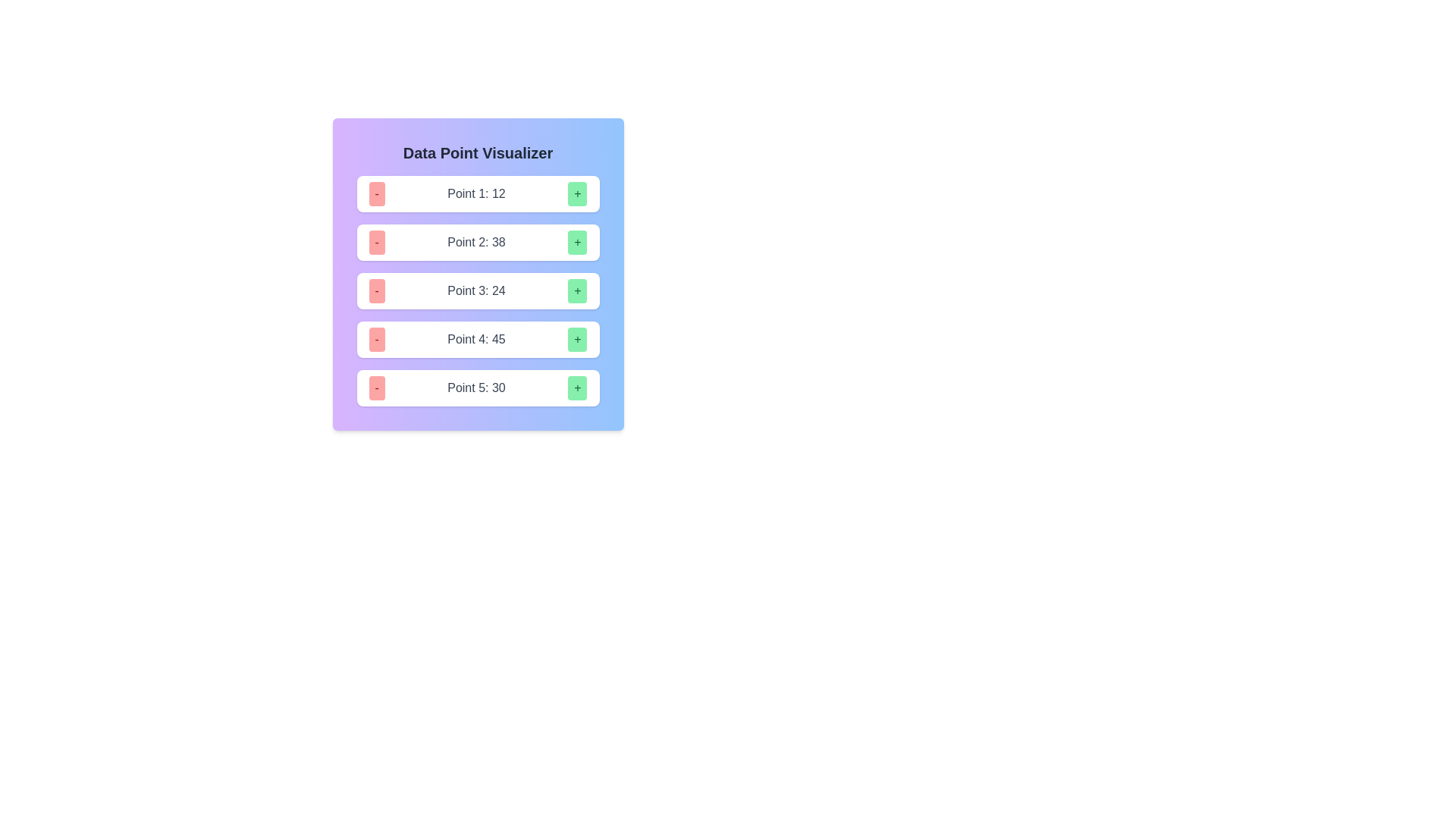 This screenshot has width=1456, height=819. Describe the element at coordinates (576, 388) in the screenshot. I see `the fifth '+' button located in the bottom-right corner of the white card-like structure associated with 'Point 5: 30' to increment the value` at that location.